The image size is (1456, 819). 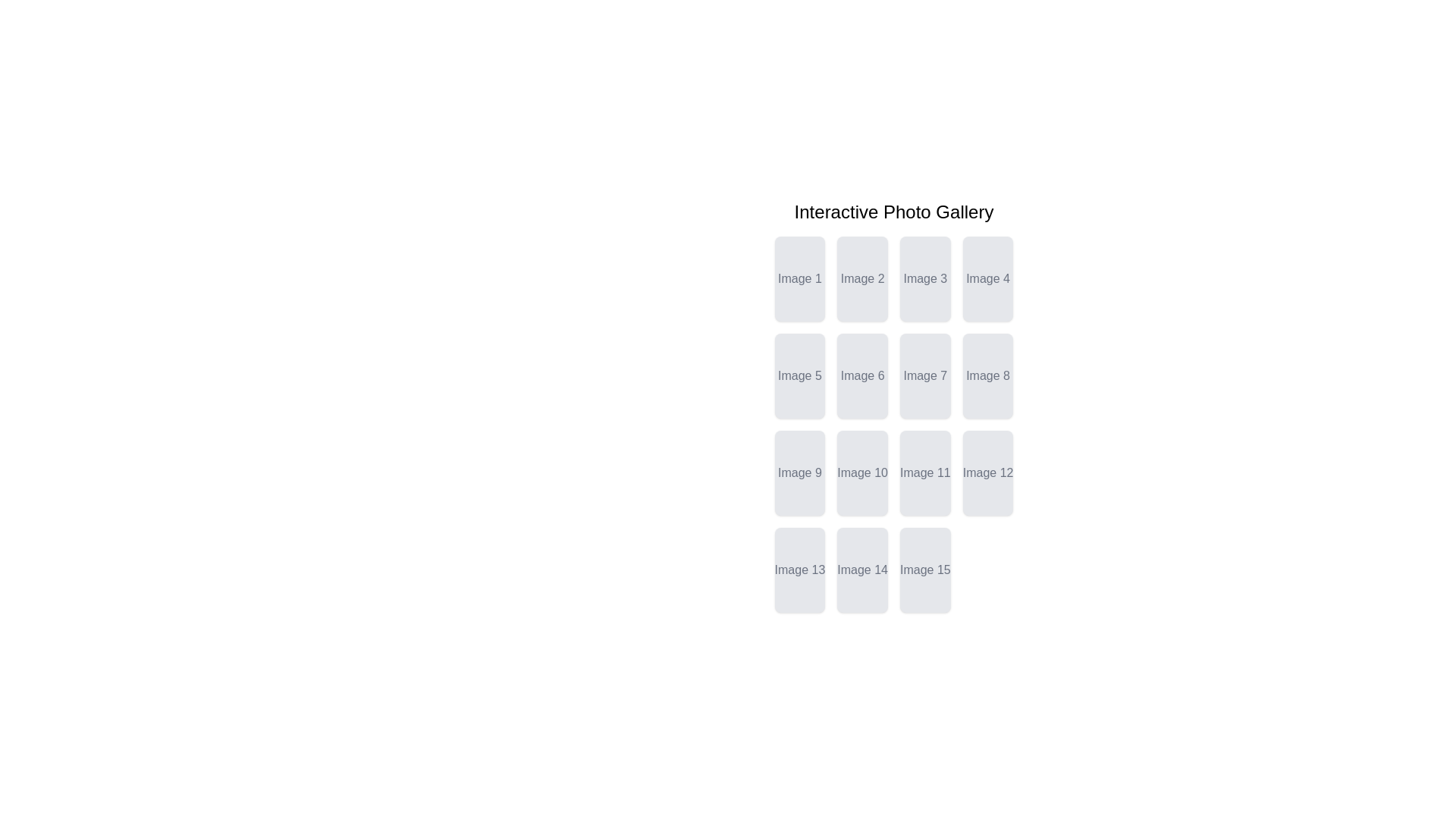 I want to click on the heart icon to like or favorite the item located in the bottom row of the gallery interface, specifically in the cell labeled 'Image 14', so click(x=858, y=573).